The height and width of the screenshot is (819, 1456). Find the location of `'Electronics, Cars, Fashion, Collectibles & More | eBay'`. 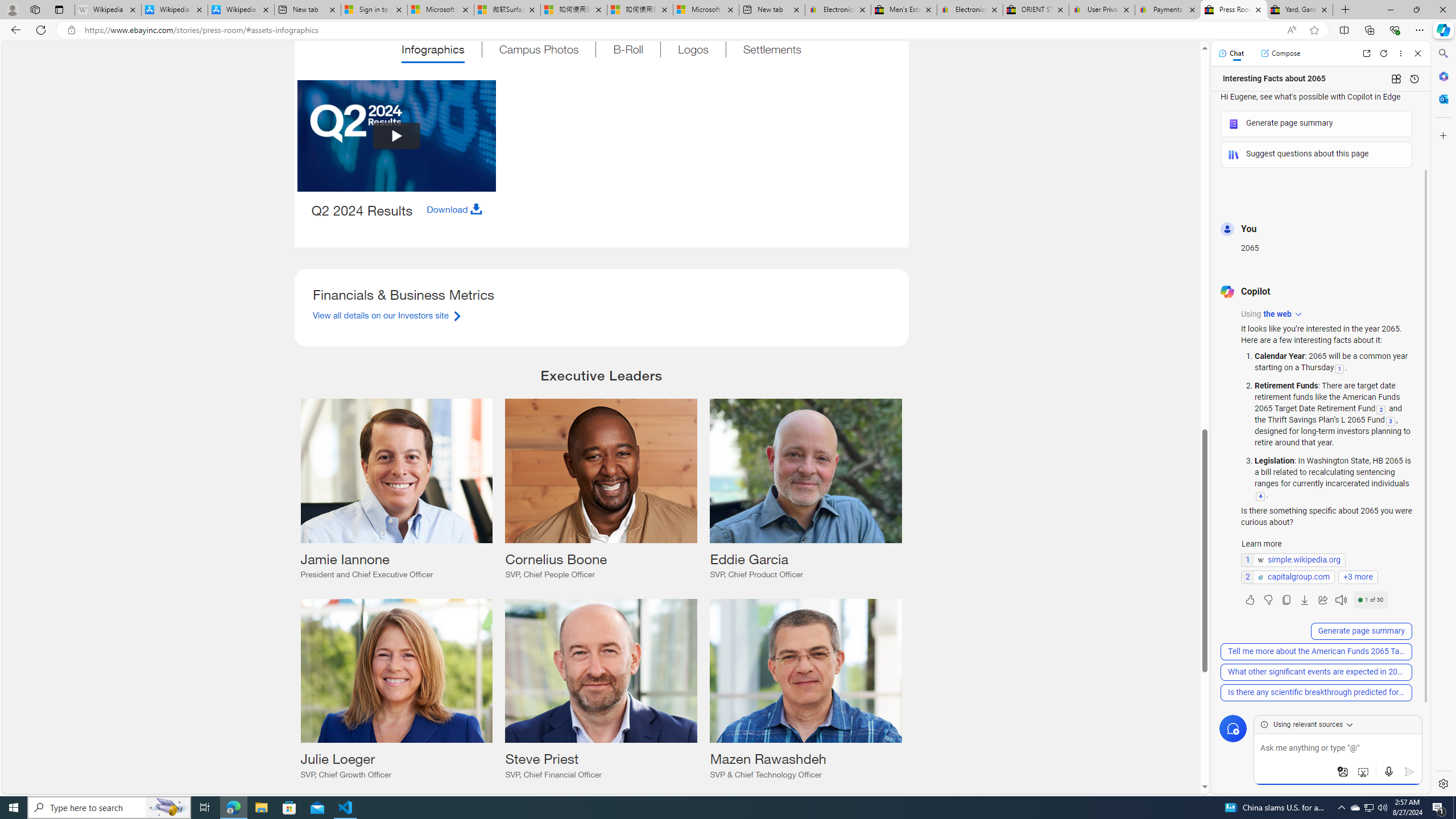

'Electronics, Cars, Fashion, Collectibles & More | eBay' is located at coordinates (969, 9).